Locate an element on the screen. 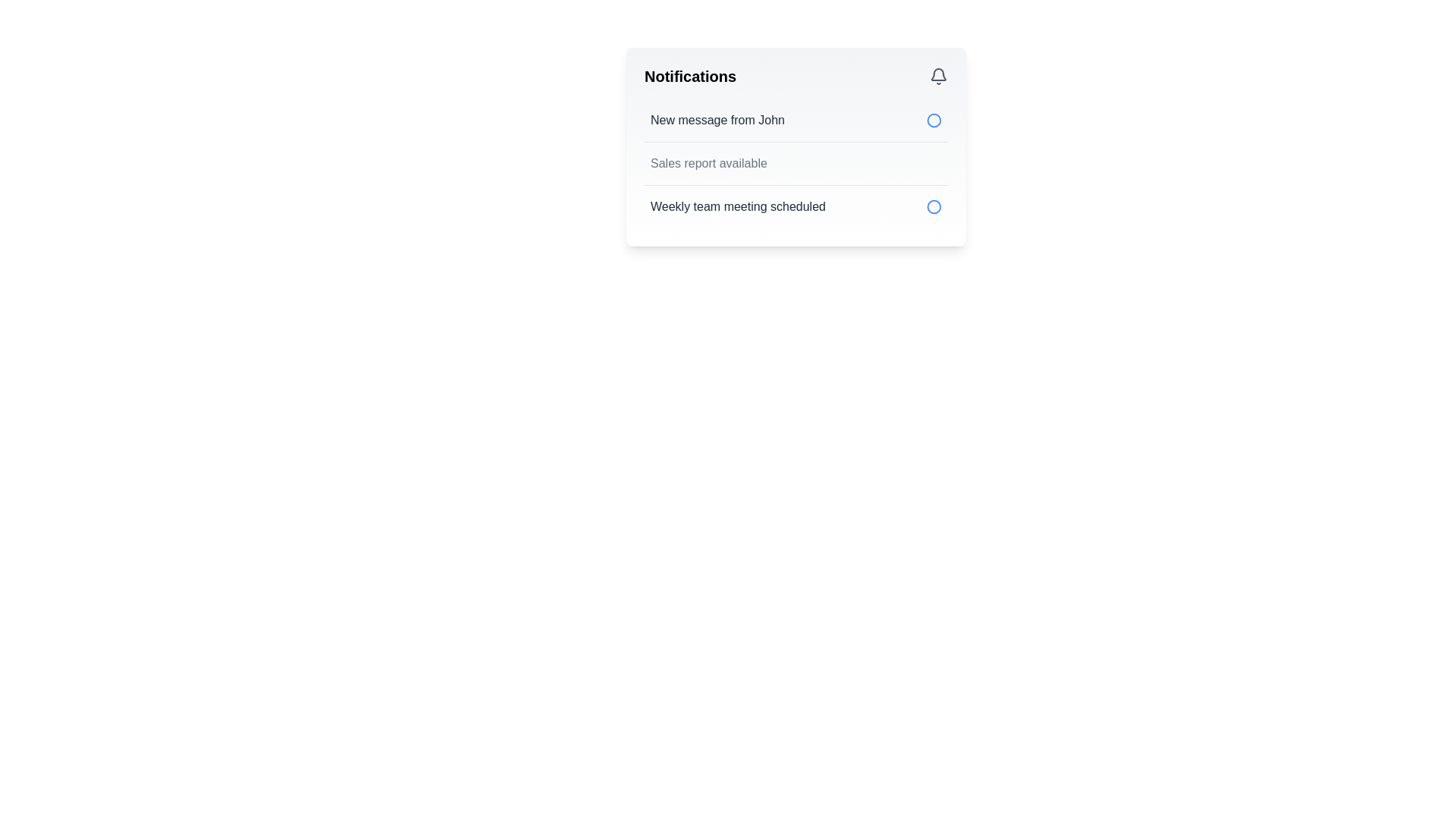 The height and width of the screenshot is (819, 1456). the notification item displaying information about a scheduled meeting is located at coordinates (795, 206).